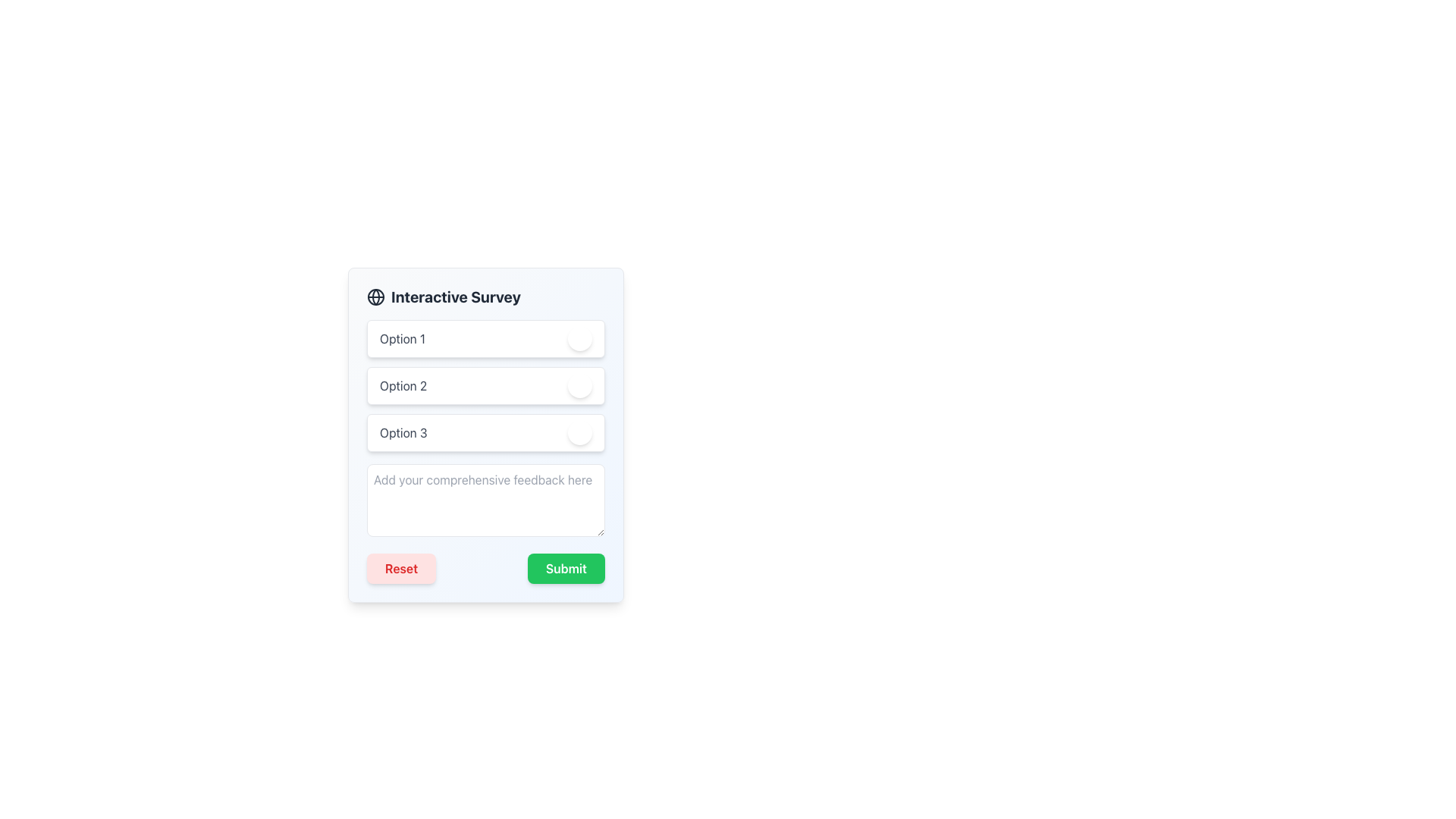 This screenshot has height=819, width=1456. Describe the element at coordinates (403, 432) in the screenshot. I see `the text label displaying 'Option 3', which is the third item in a vertical list of options in a survey interface` at that location.